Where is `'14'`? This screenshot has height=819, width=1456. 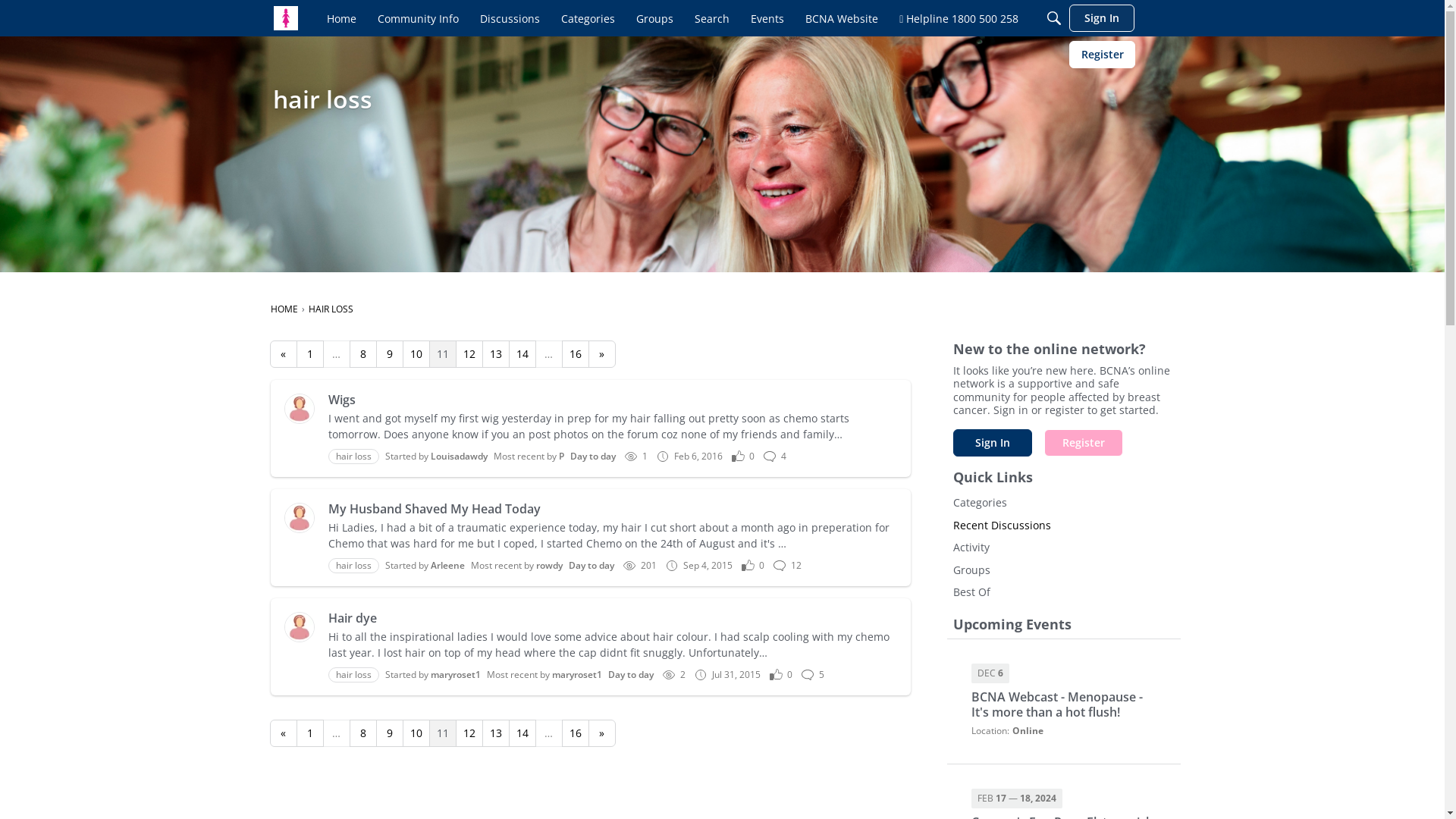
'14' is located at coordinates (521, 353).